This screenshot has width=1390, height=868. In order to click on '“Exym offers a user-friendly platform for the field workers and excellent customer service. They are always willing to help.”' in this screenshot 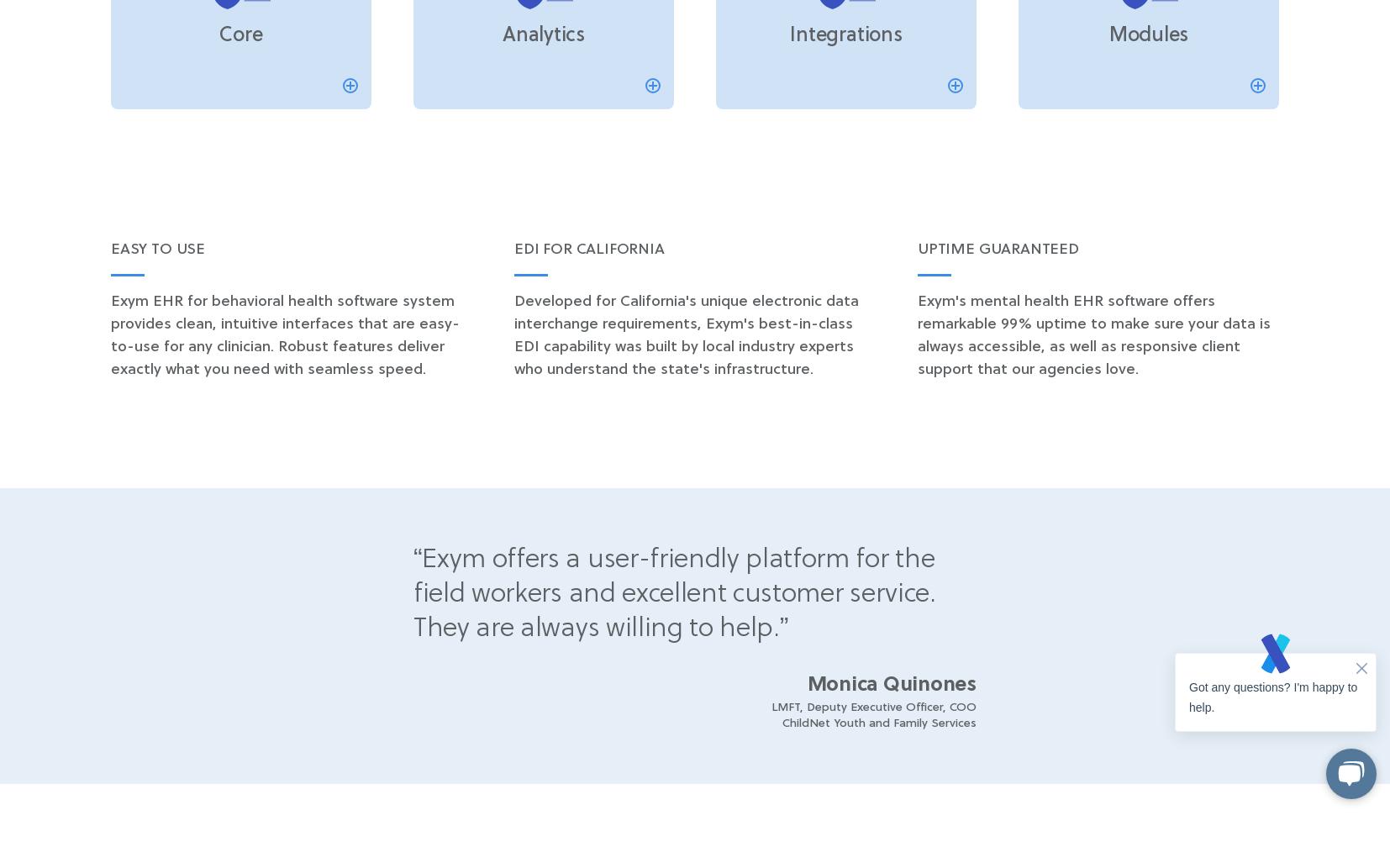, I will do `click(674, 593)`.